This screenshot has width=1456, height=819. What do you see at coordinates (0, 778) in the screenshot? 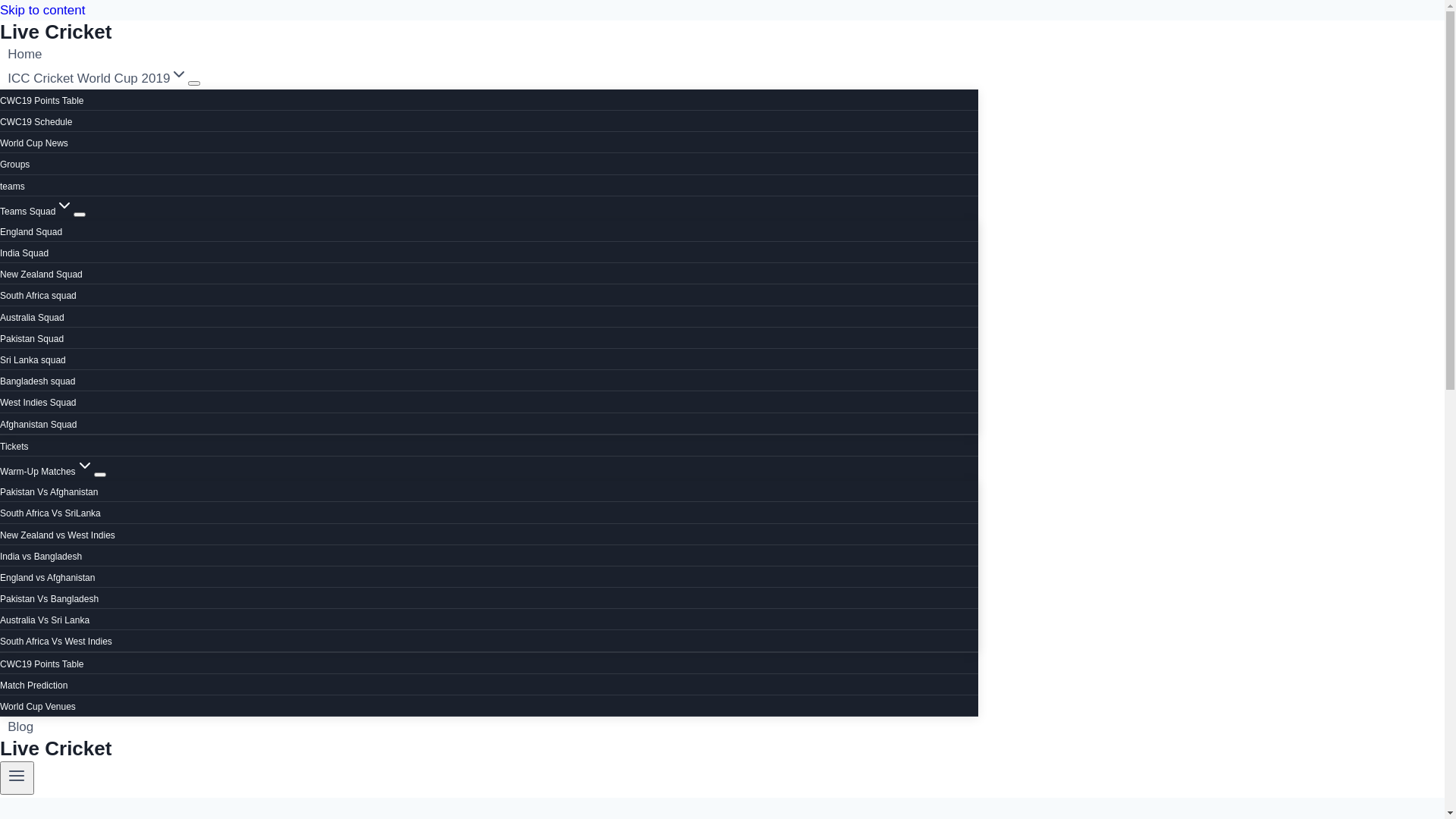
I see `'Toggle Menu'` at bounding box center [0, 778].